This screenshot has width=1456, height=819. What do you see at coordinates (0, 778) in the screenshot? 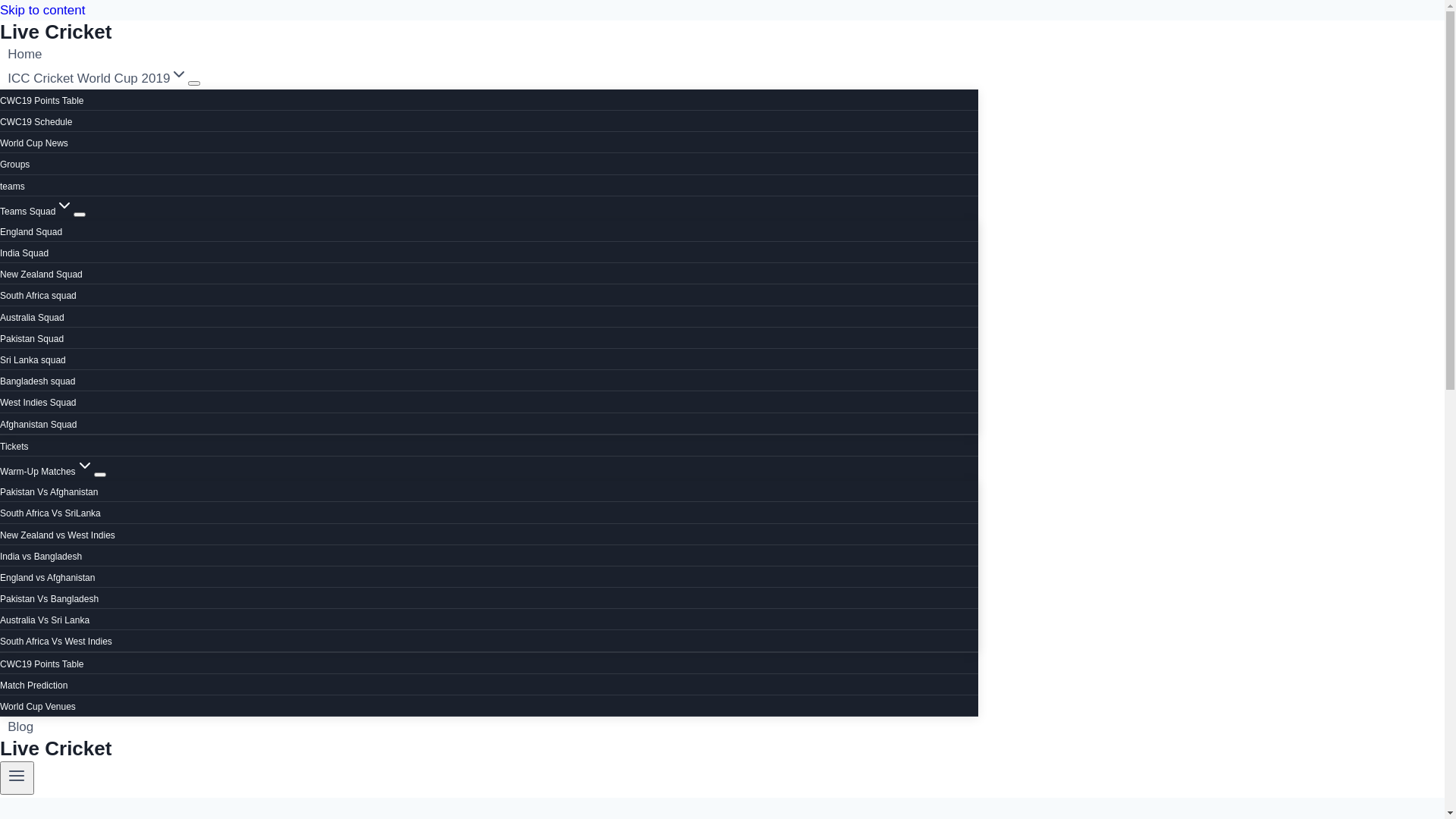
I see `'Toggle Menu'` at bounding box center [0, 778].